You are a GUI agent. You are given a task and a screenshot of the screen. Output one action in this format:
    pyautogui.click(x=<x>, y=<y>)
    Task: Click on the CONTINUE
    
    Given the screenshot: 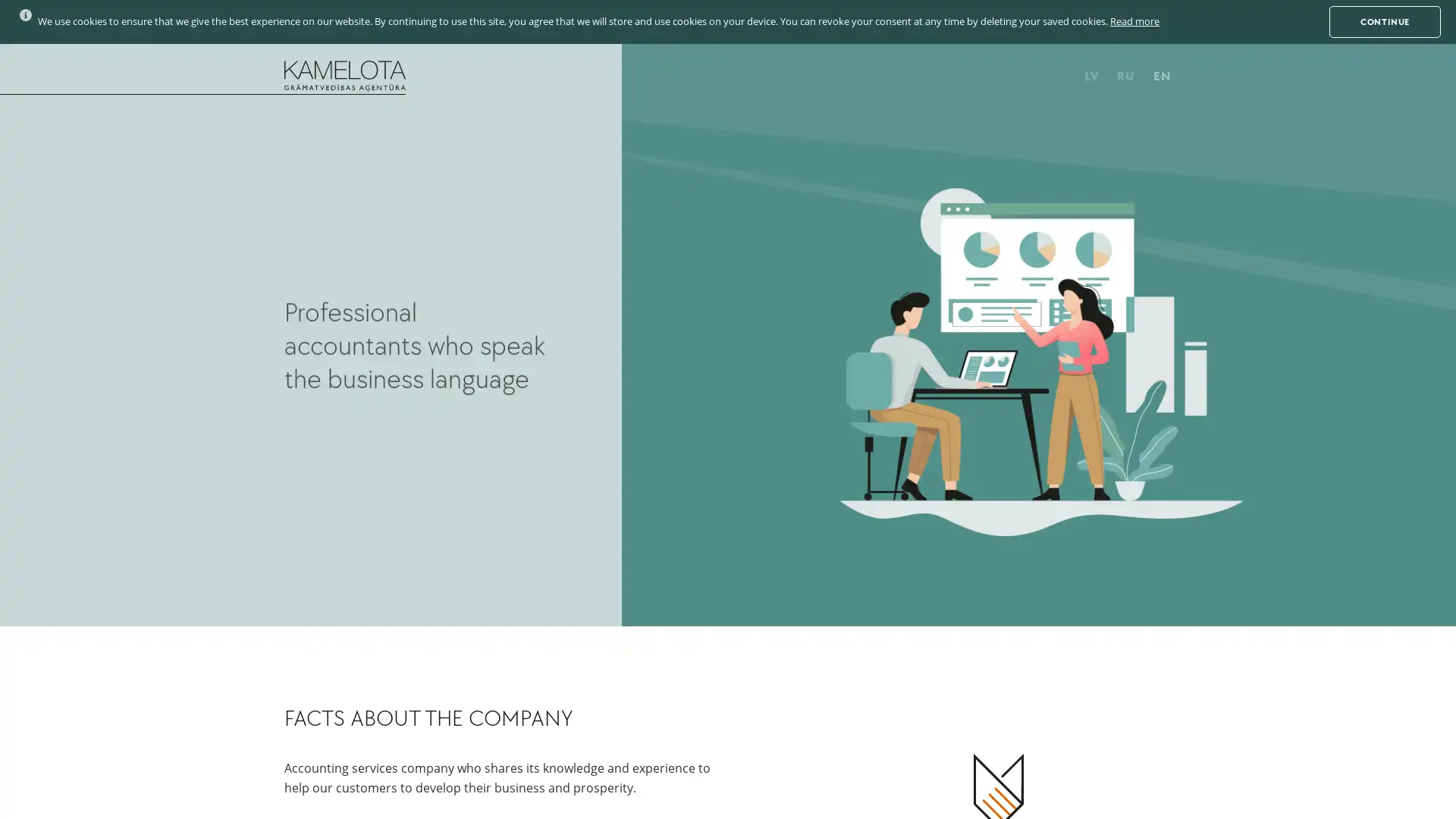 What is the action you would take?
    pyautogui.click(x=1385, y=21)
    